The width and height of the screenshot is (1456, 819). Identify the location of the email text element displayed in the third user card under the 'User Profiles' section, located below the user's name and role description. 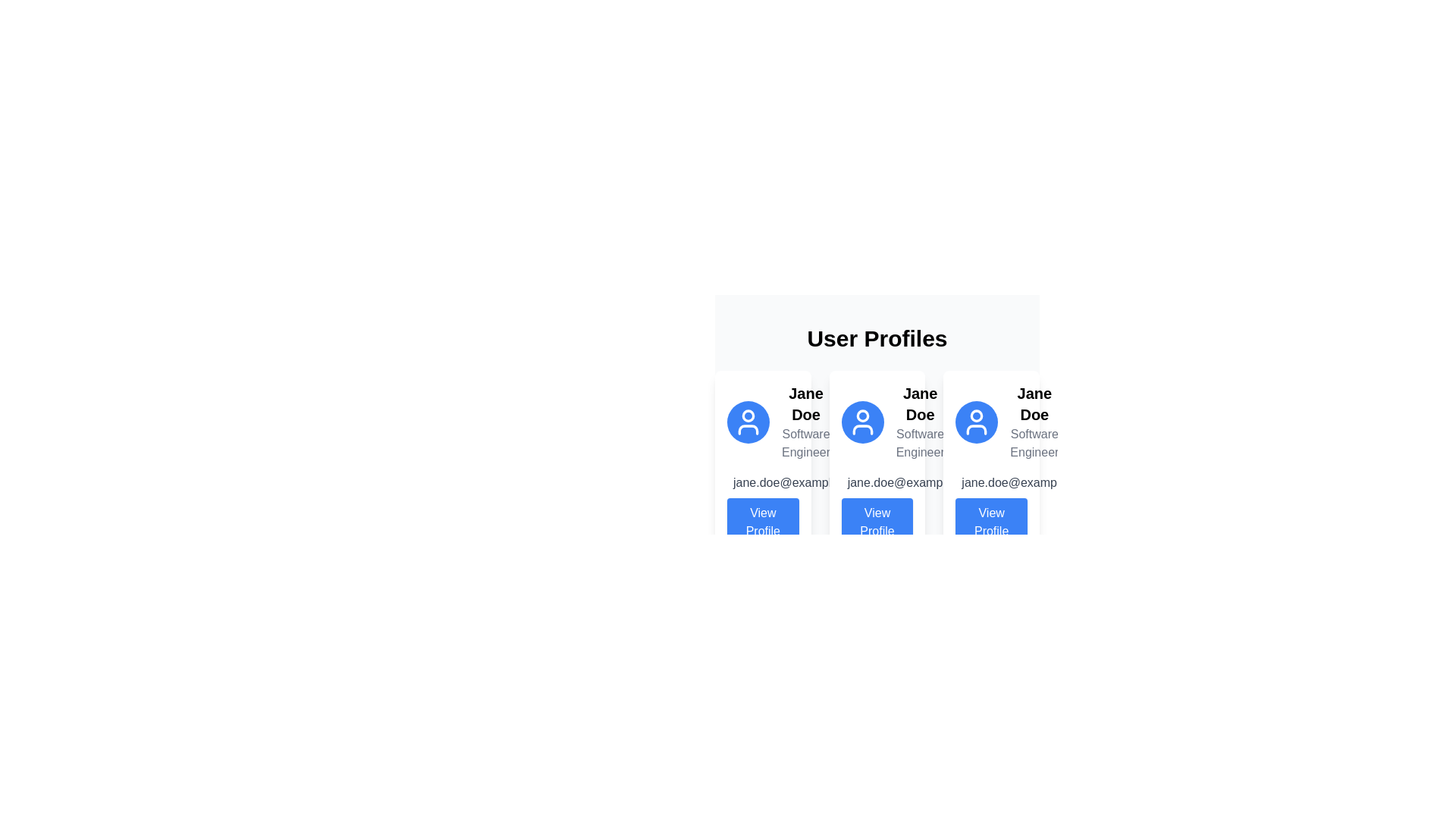
(991, 482).